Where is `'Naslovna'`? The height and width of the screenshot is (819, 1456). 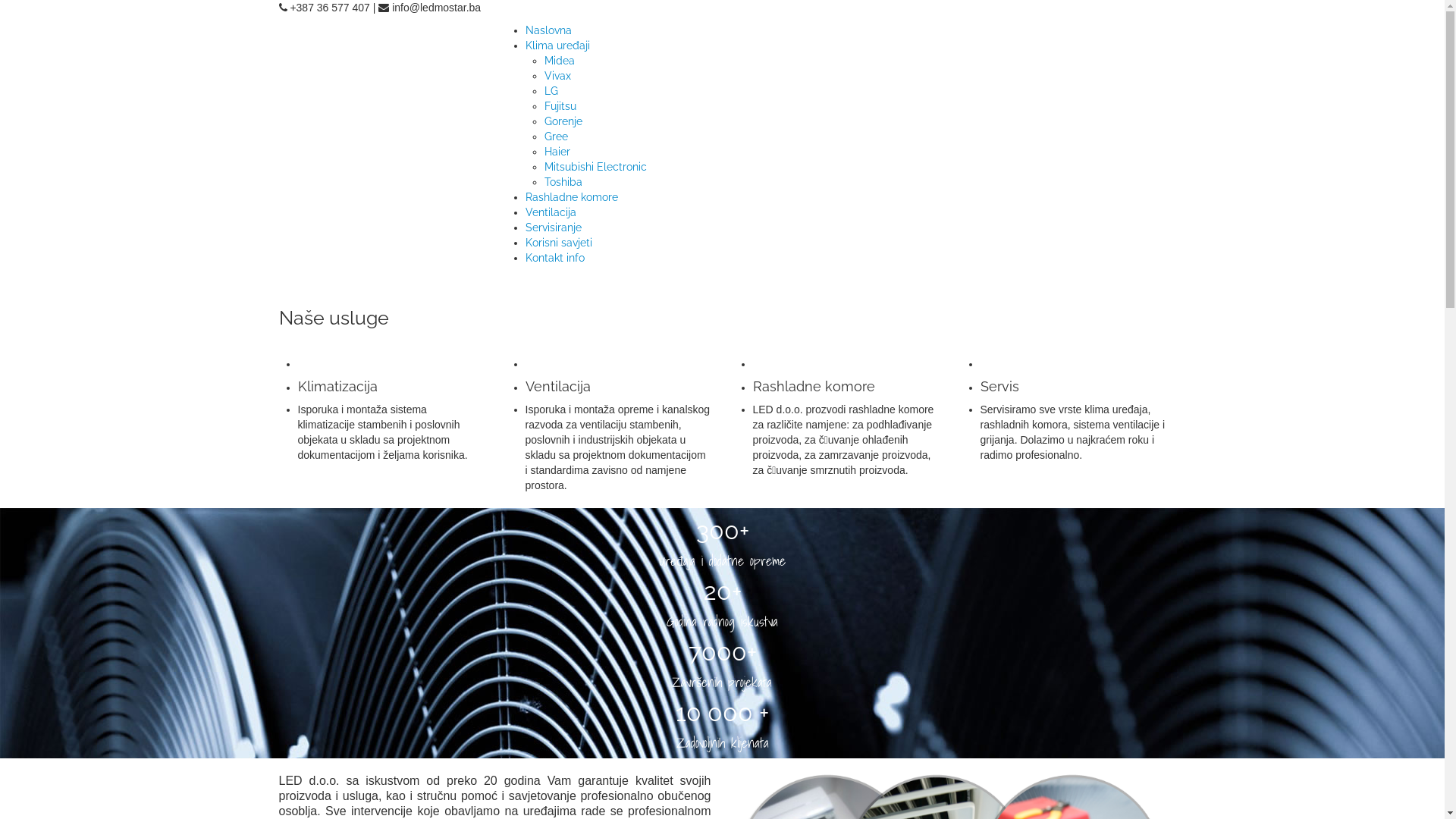 'Naslovna' is located at coordinates (547, 30).